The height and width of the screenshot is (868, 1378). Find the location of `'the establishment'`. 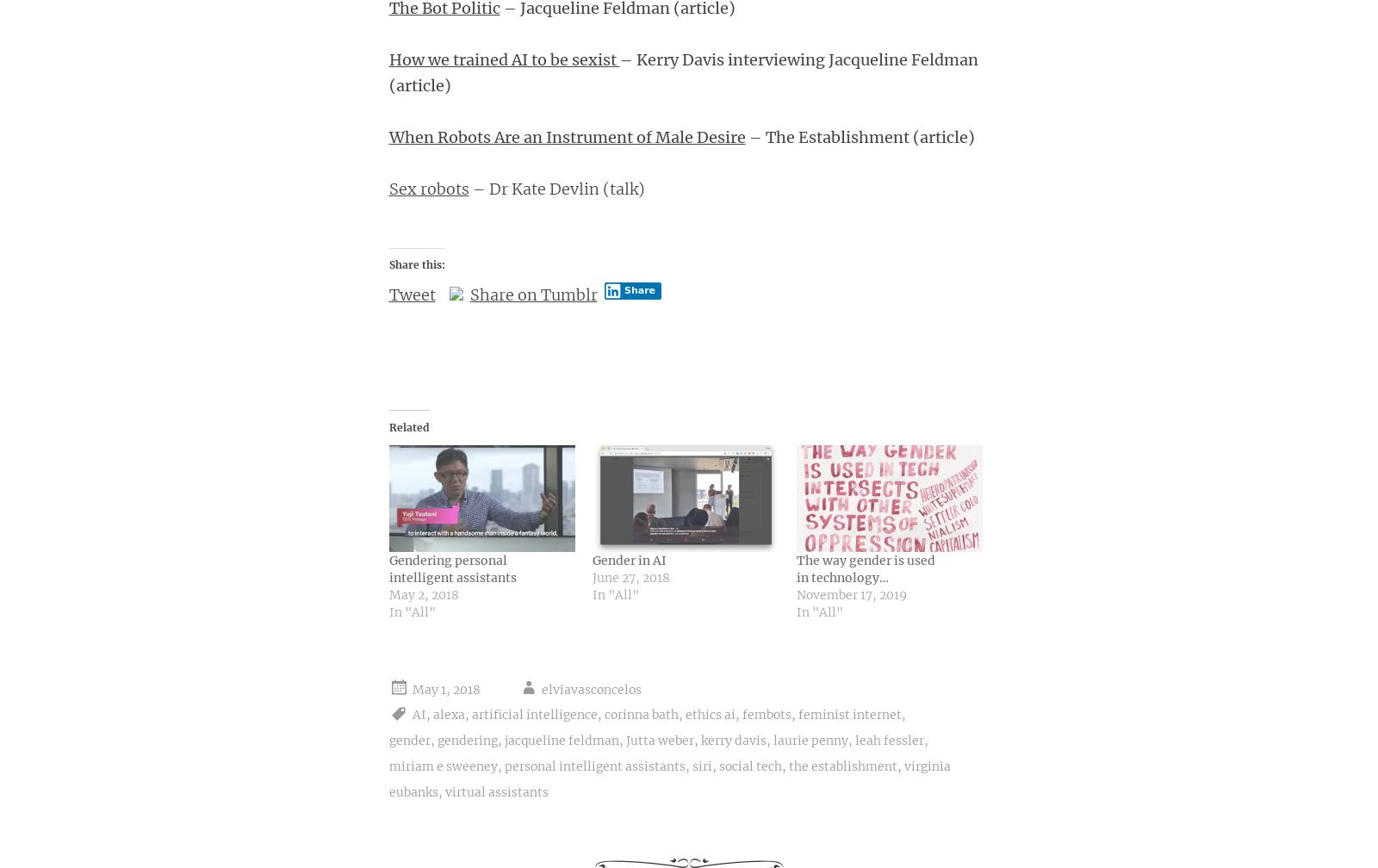

'the establishment' is located at coordinates (787, 765).